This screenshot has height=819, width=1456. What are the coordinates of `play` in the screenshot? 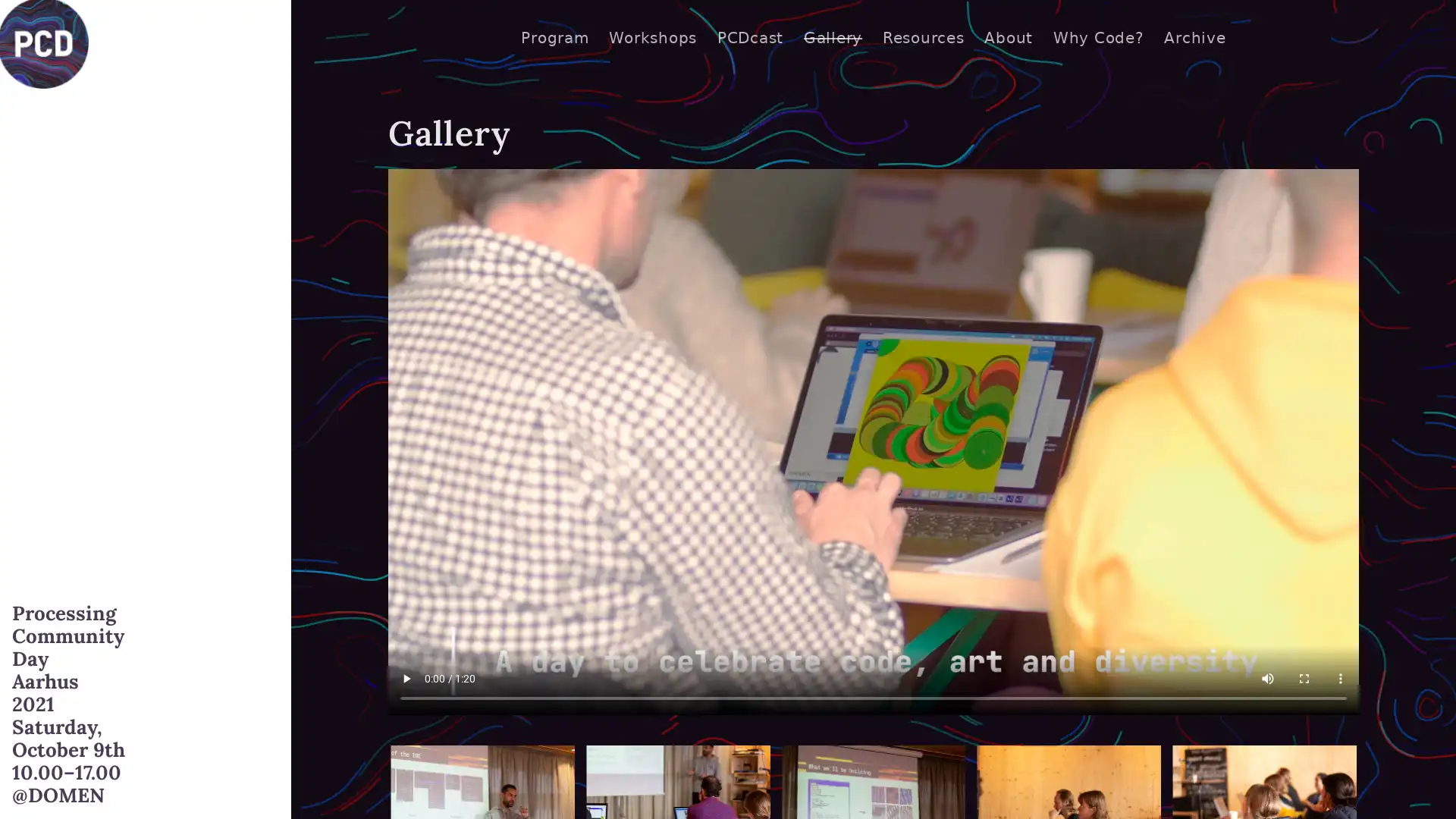 It's located at (406, 677).